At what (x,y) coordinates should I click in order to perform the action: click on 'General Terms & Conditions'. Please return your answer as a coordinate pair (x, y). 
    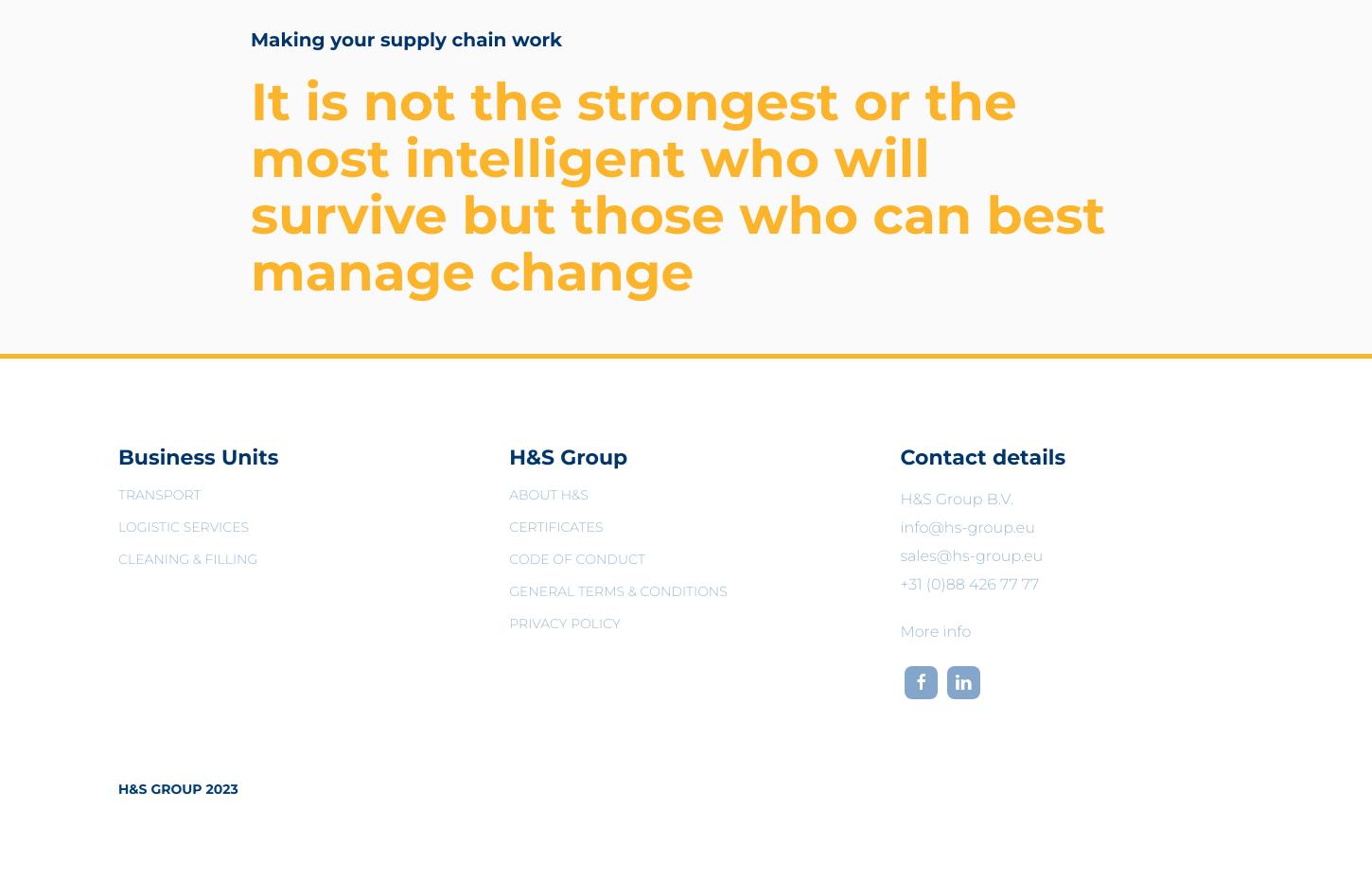
    Looking at the image, I should click on (616, 590).